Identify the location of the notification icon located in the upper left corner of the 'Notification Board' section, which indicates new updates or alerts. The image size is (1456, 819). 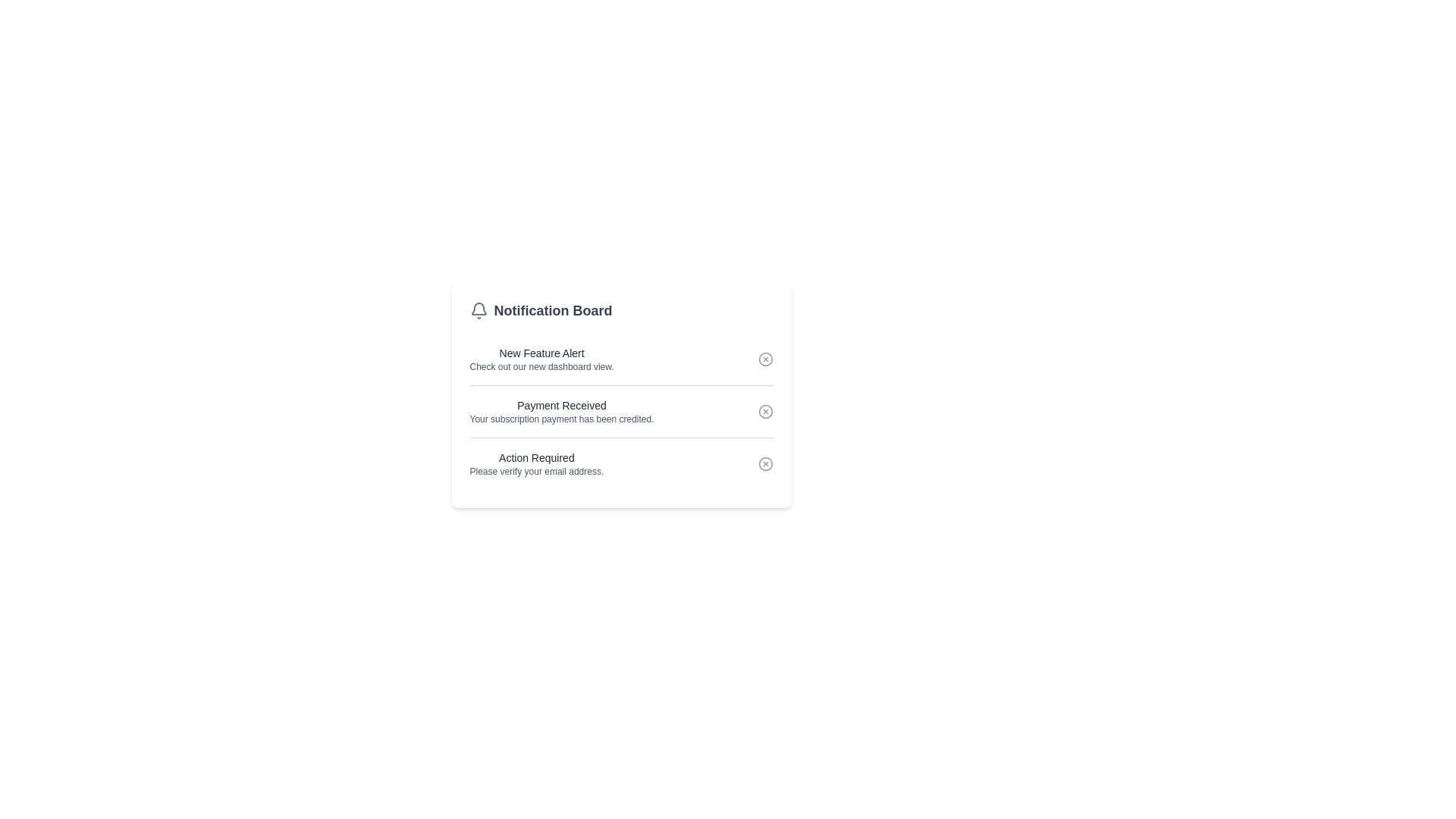
(478, 309).